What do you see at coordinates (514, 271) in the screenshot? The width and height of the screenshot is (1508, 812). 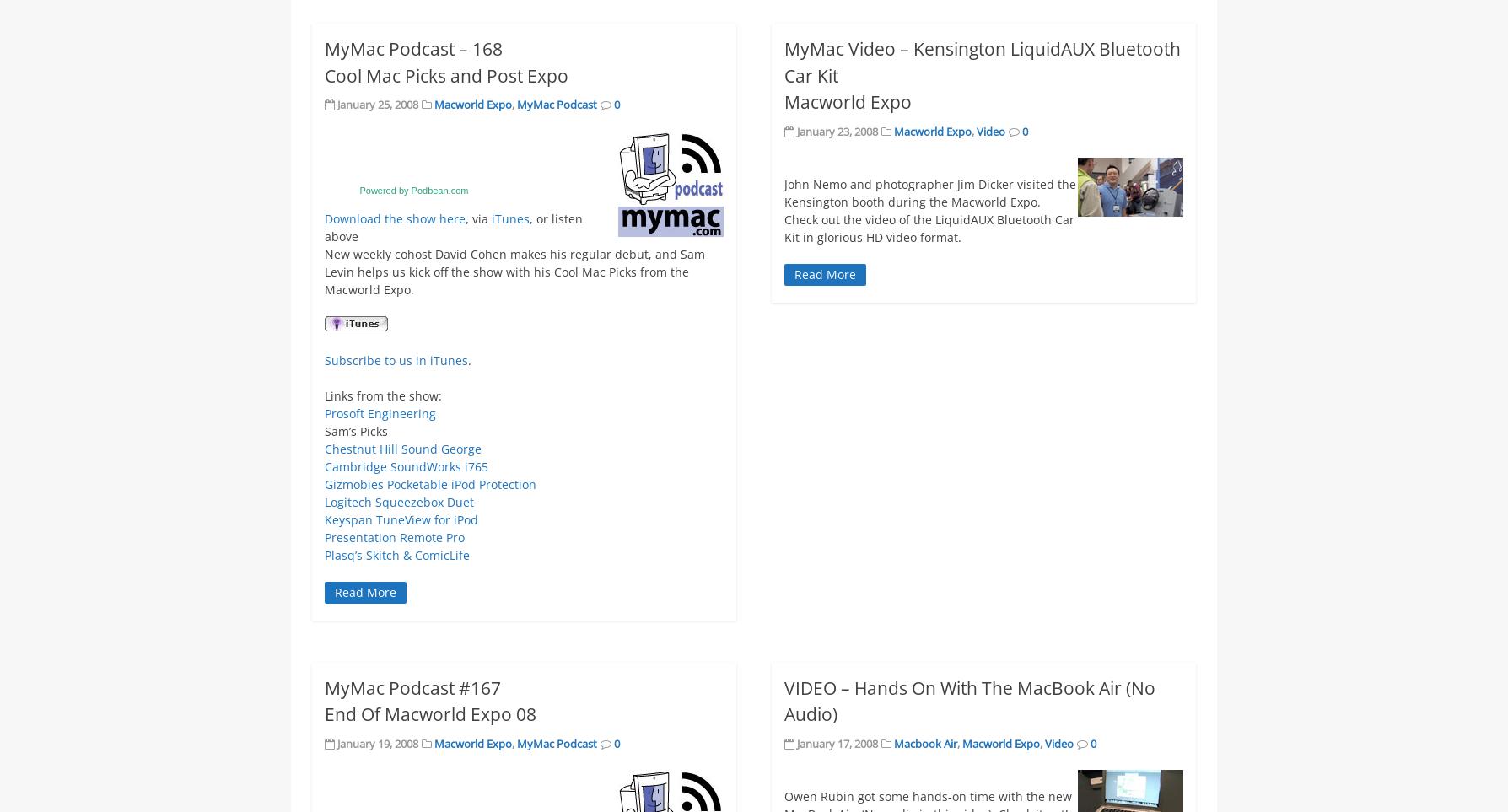 I see `'New weekly cohost David Cohen makes his regular debut, and Sam Levin helps us kick off the show with his Cool Mac Picks from the Macworld Expo.'` at bounding box center [514, 271].